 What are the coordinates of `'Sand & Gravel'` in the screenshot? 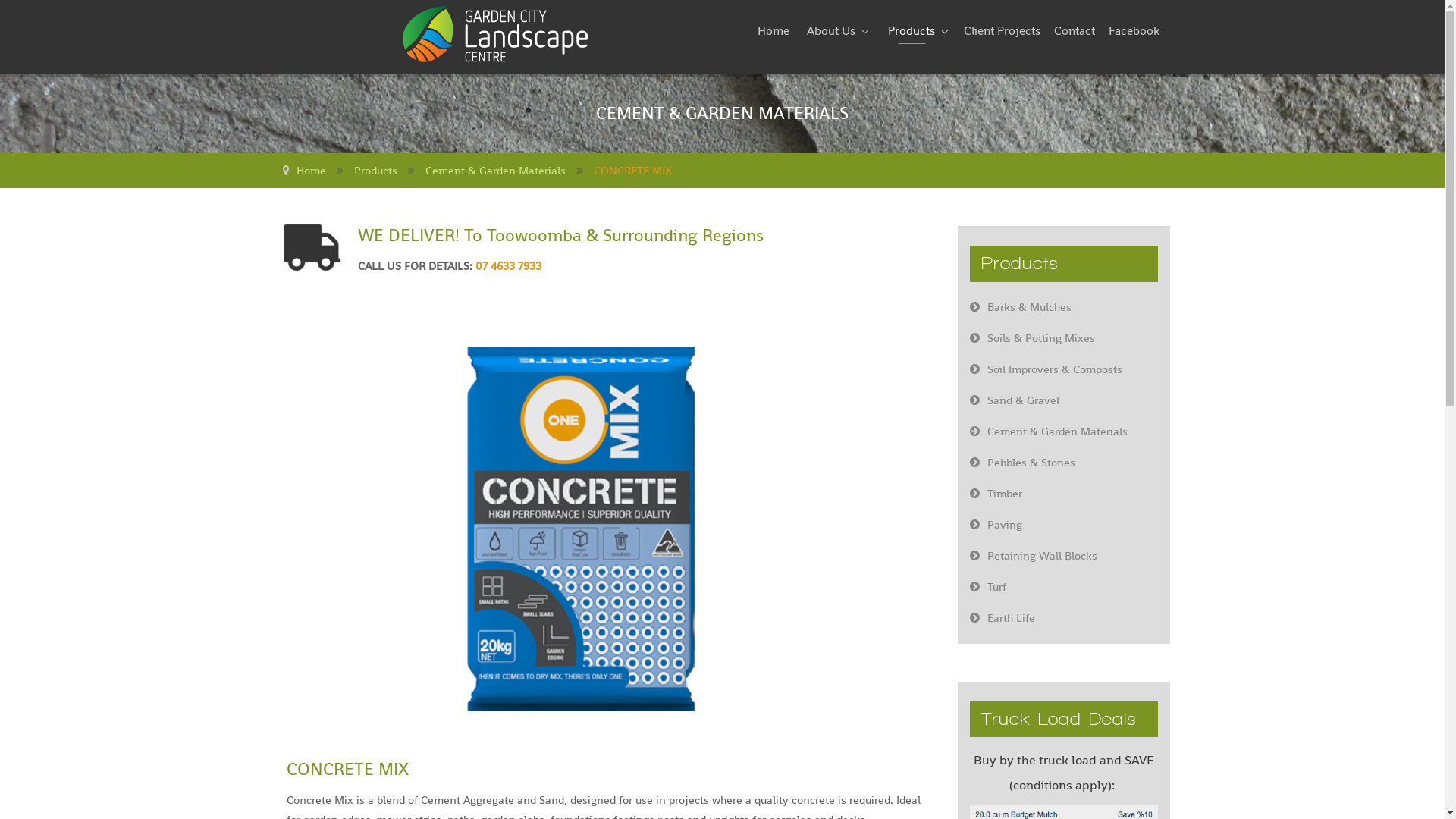 It's located at (1062, 400).